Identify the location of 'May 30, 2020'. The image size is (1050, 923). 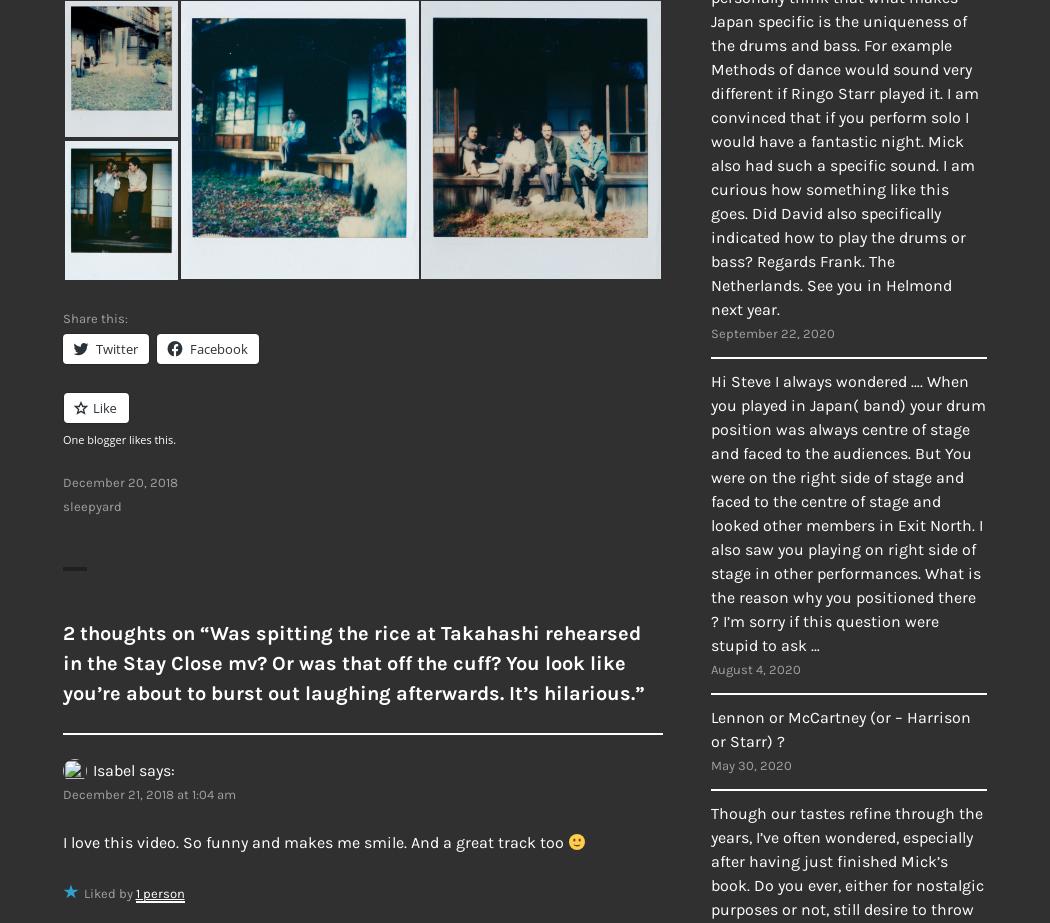
(751, 764).